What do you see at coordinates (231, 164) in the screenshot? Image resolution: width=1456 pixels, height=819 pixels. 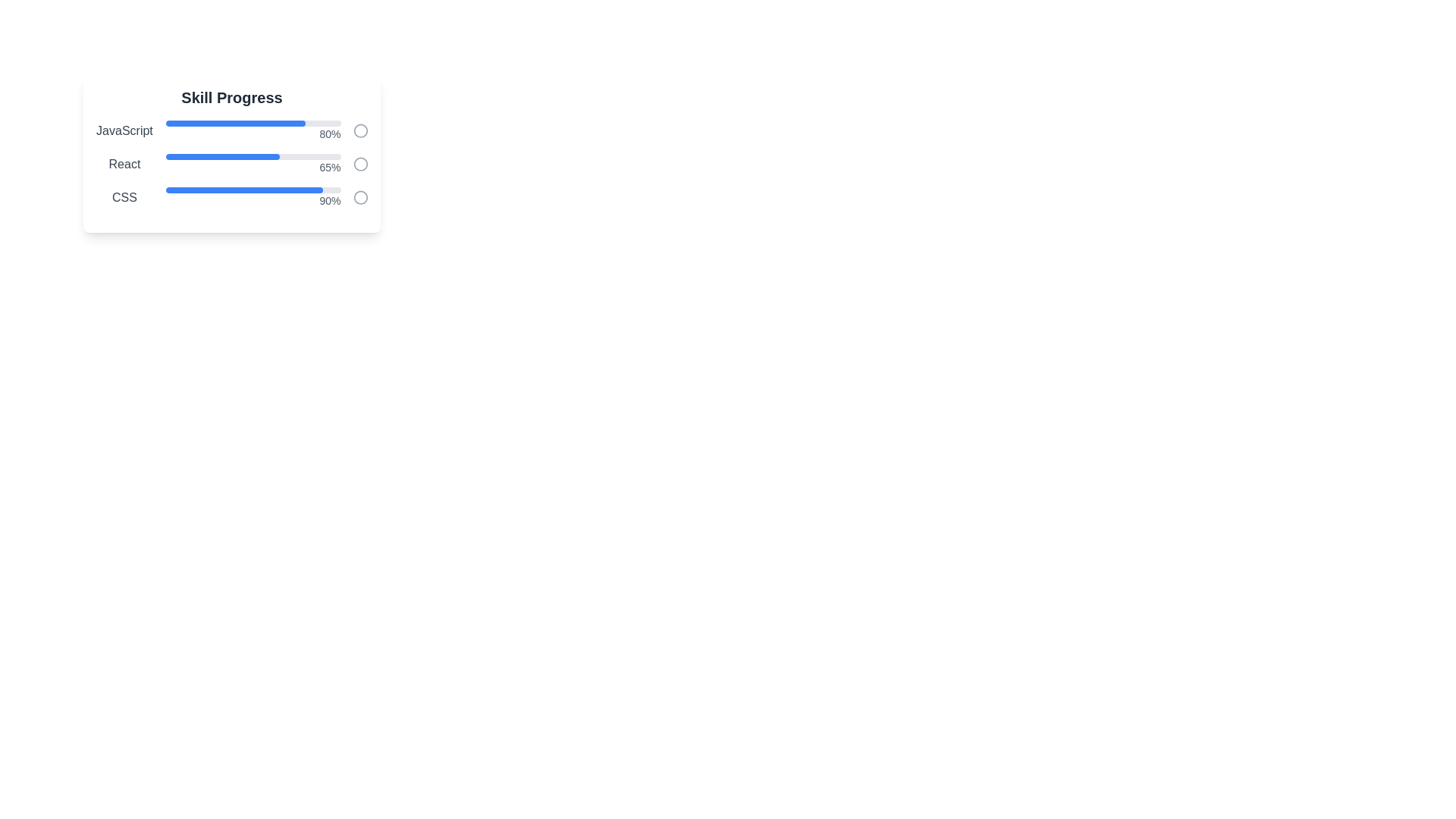 I see `the Progress bar representing the skill proficiency level for 'React' at 65%, which is the second progress bar in a vertical list of three under the 'Skill Progress' group` at bounding box center [231, 164].